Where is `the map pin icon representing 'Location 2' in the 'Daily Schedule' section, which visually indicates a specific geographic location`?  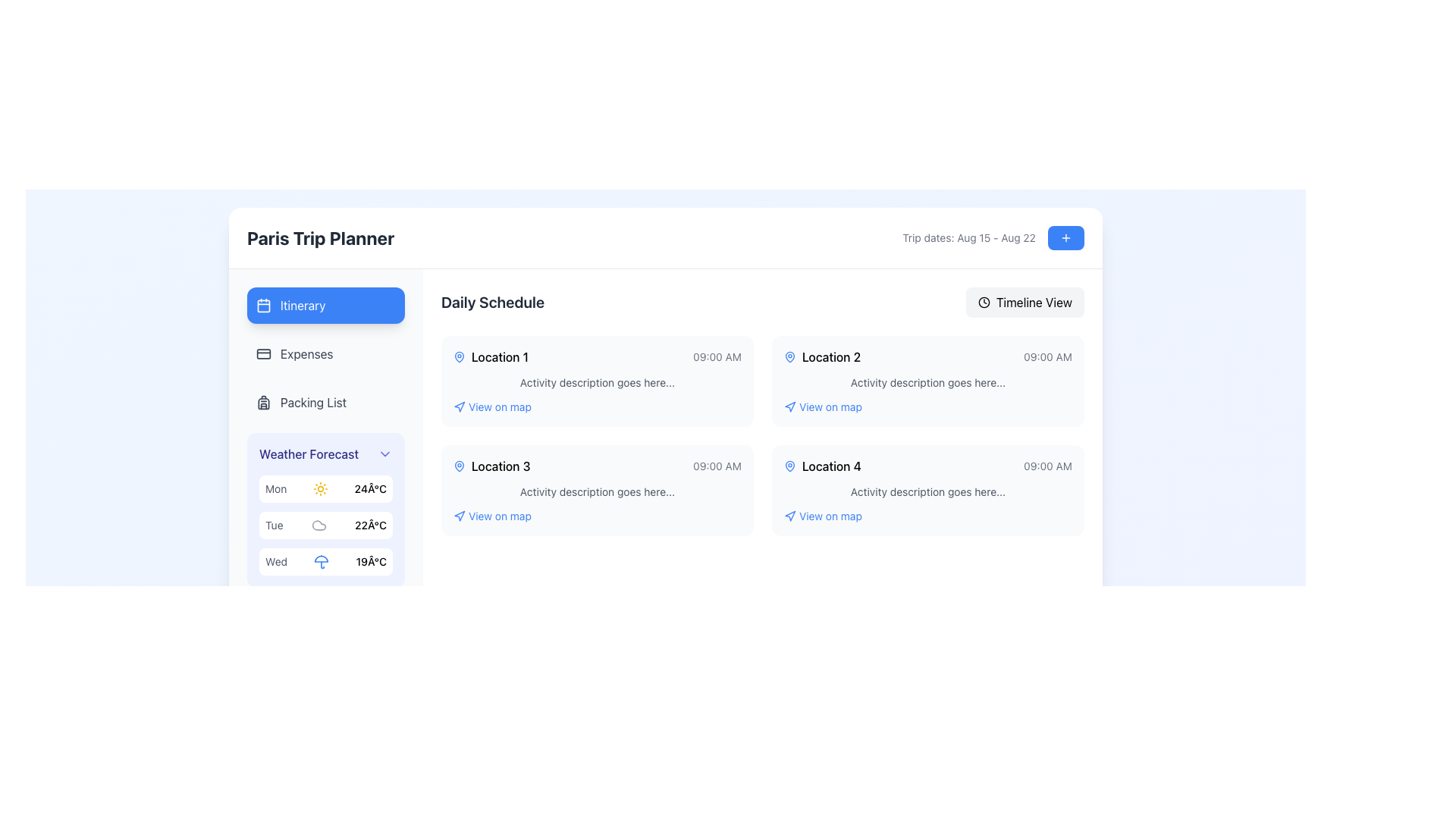 the map pin icon representing 'Location 2' in the 'Daily Schedule' section, which visually indicates a specific geographic location is located at coordinates (789, 356).